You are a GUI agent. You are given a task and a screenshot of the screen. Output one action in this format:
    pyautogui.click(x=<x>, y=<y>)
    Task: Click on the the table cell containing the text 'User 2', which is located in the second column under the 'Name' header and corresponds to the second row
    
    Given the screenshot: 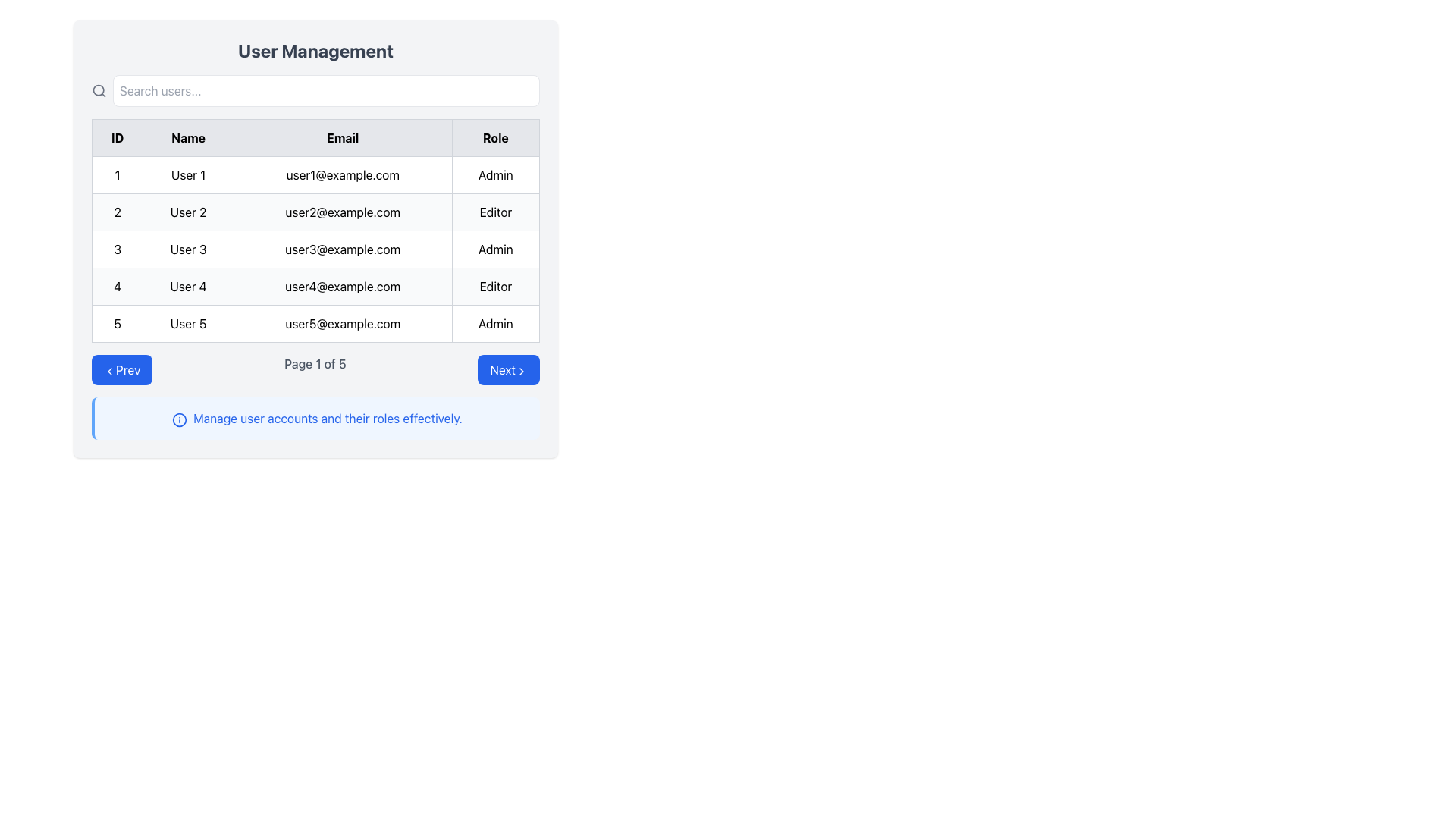 What is the action you would take?
    pyautogui.click(x=187, y=212)
    